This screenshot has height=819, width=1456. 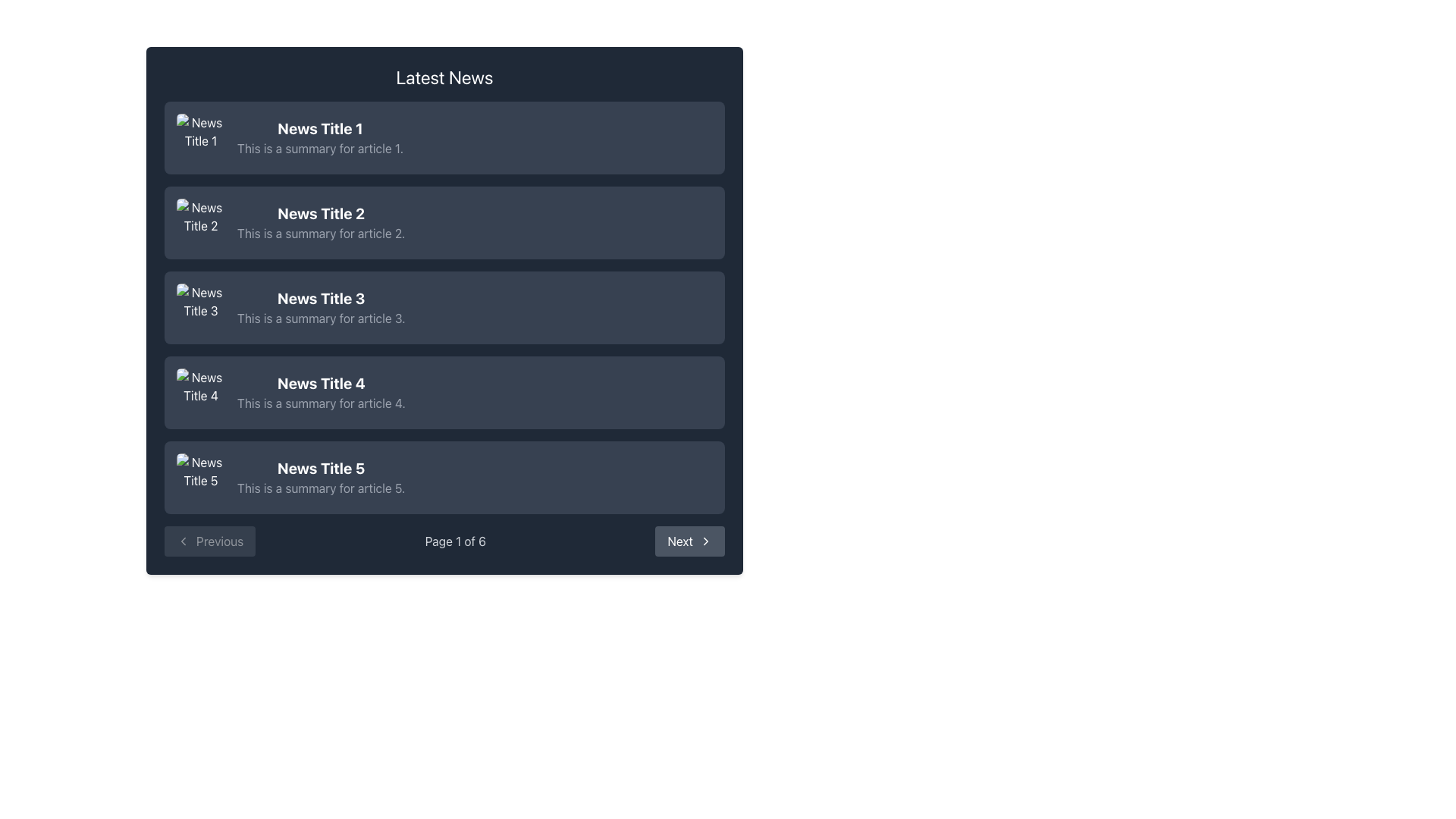 What do you see at coordinates (320, 382) in the screenshot?
I see `text 'News Title 4' which serves as the title of the fourth news article in the list` at bounding box center [320, 382].